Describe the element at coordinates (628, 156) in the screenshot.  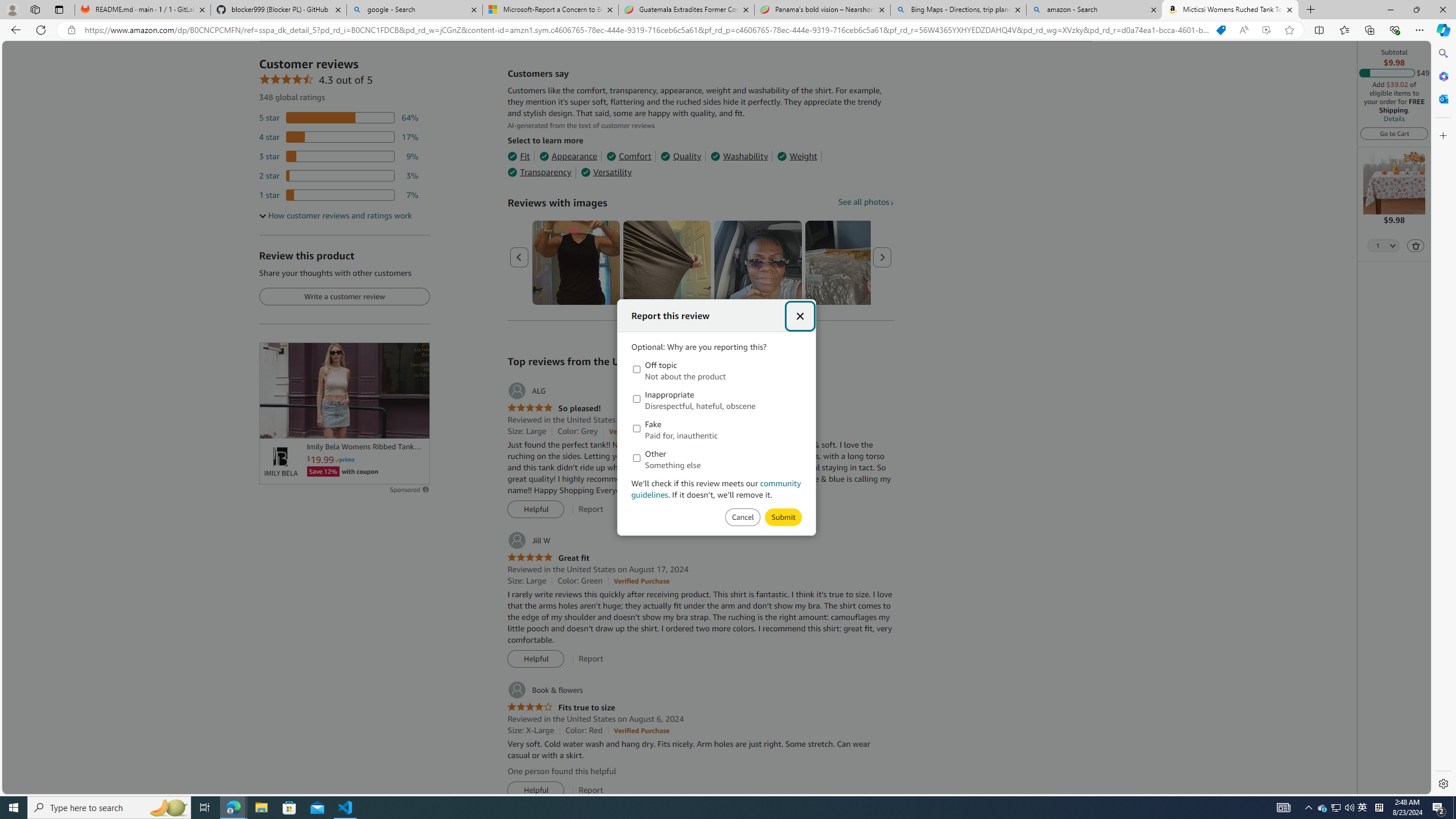
I see `'Comfort'` at that location.